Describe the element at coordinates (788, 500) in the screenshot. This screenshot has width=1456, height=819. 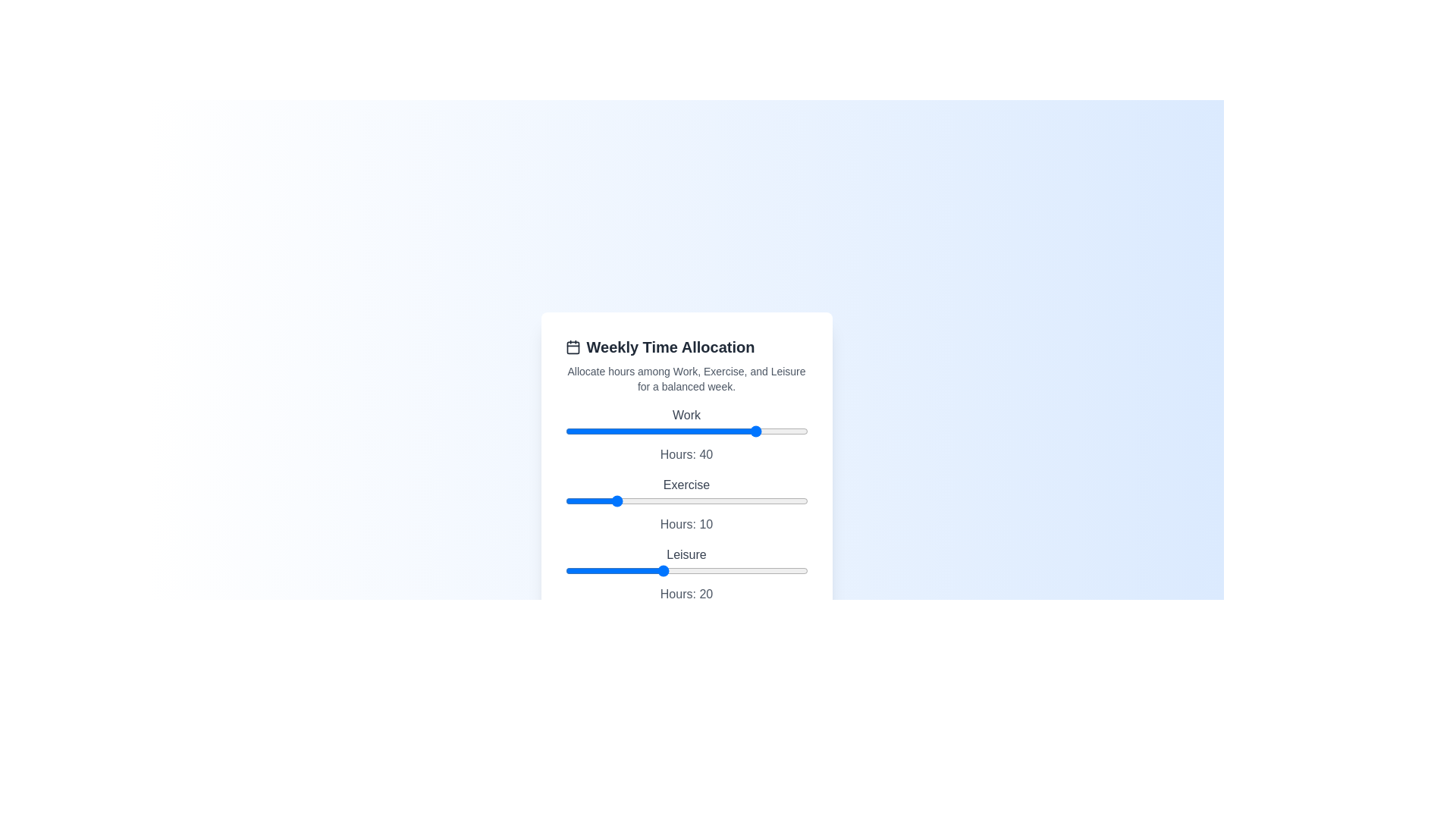
I see `the 'Exercise' slider to 46 hours` at that location.